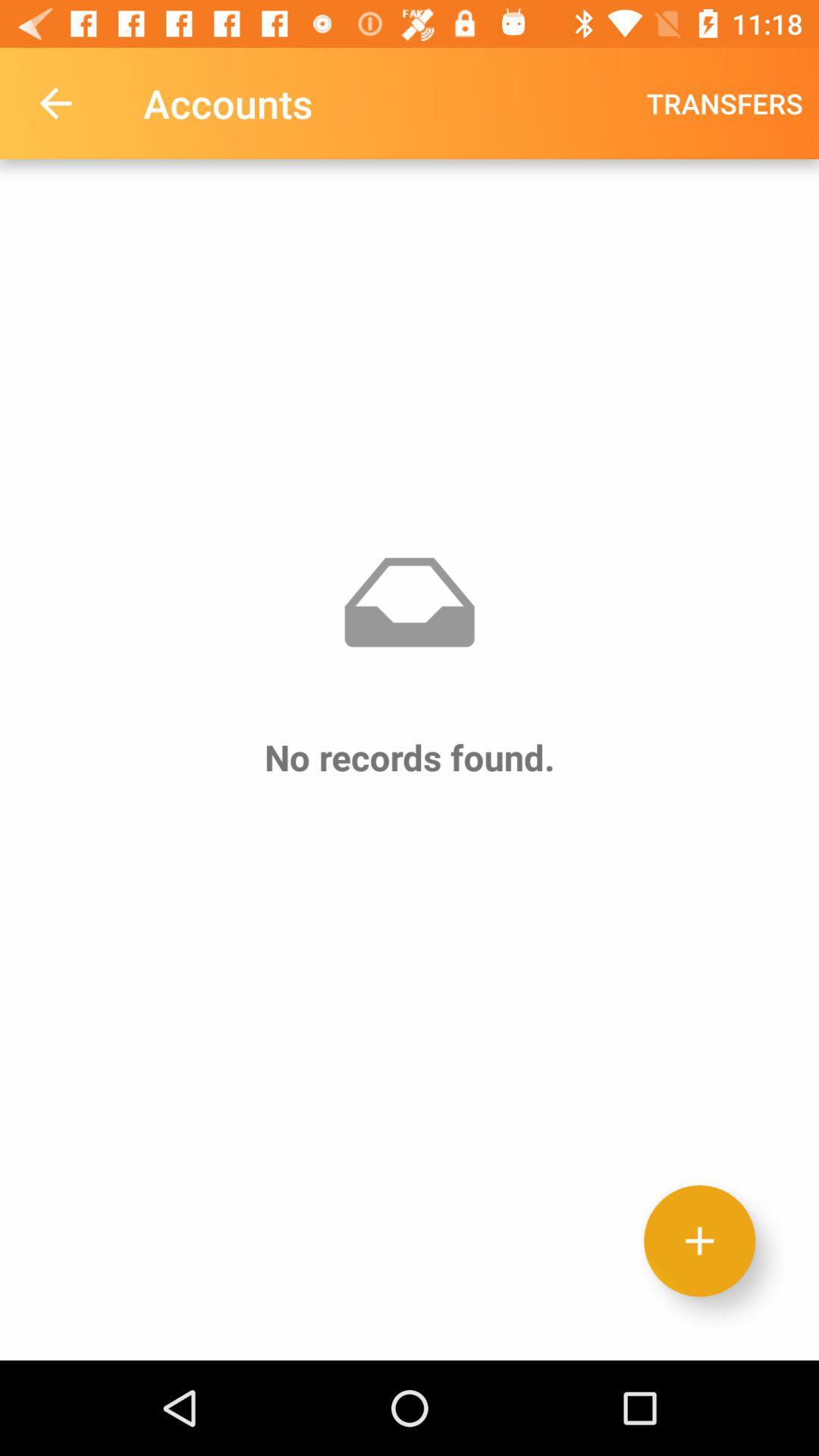 The width and height of the screenshot is (819, 1456). I want to click on icon below the no records found. item, so click(699, 1241).